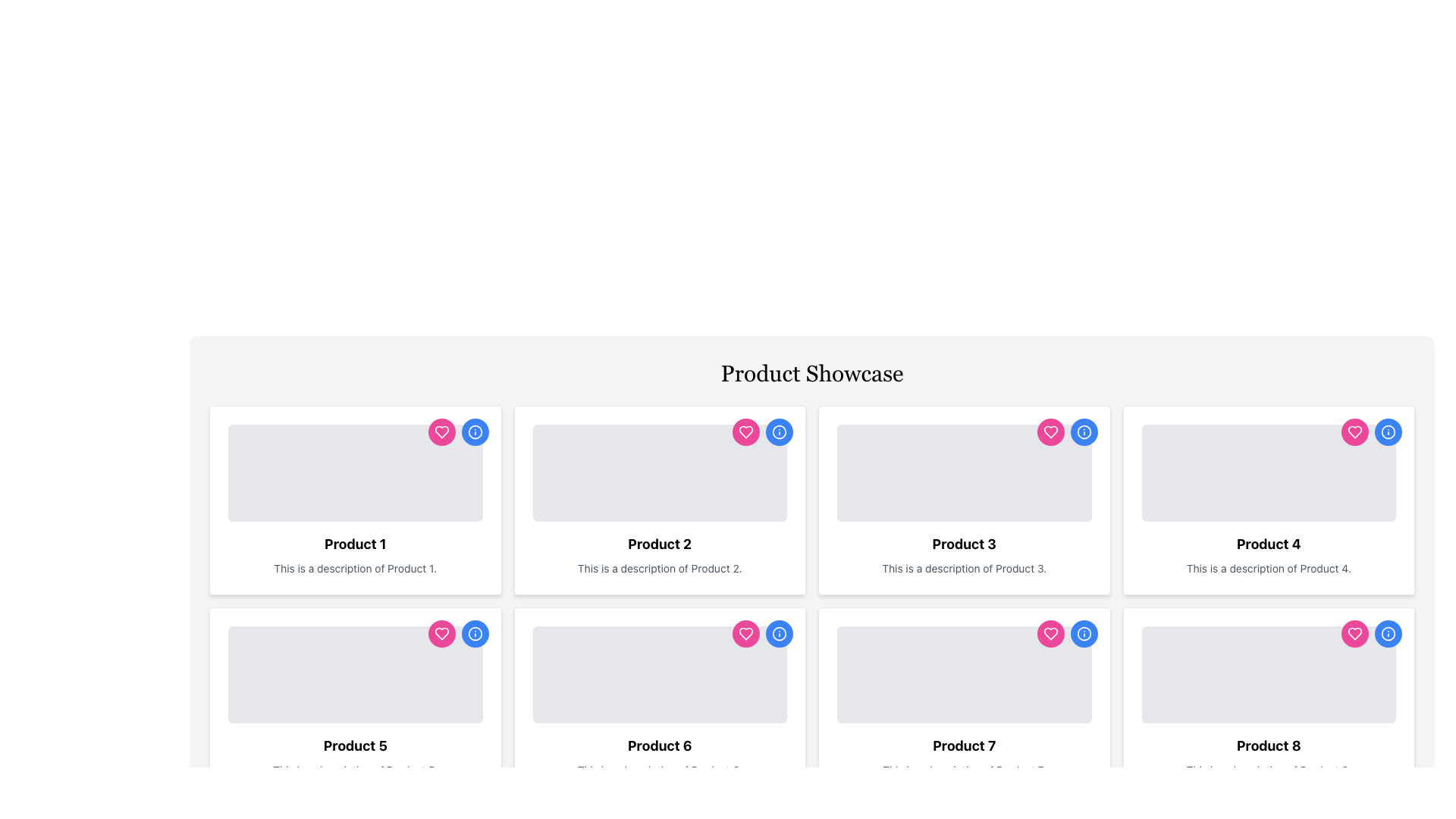 This screenshot has height=819, width=1456. I want to click on the heart-shaped icon button in the top-right area of the 'Product 2' card to mark it as a favorite, so click(745, 432).